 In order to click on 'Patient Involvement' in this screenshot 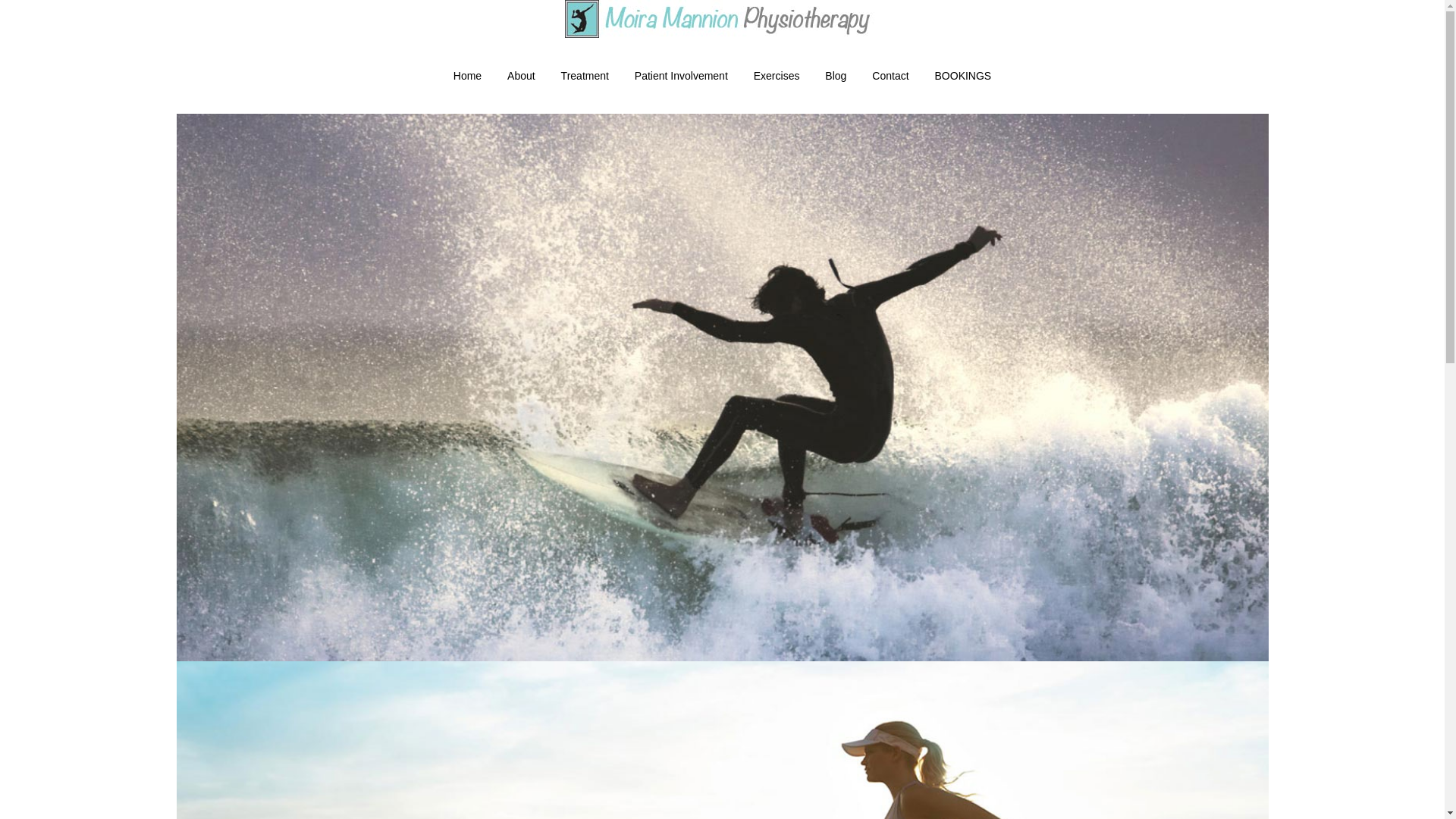, I will do `click(622, 76)`.